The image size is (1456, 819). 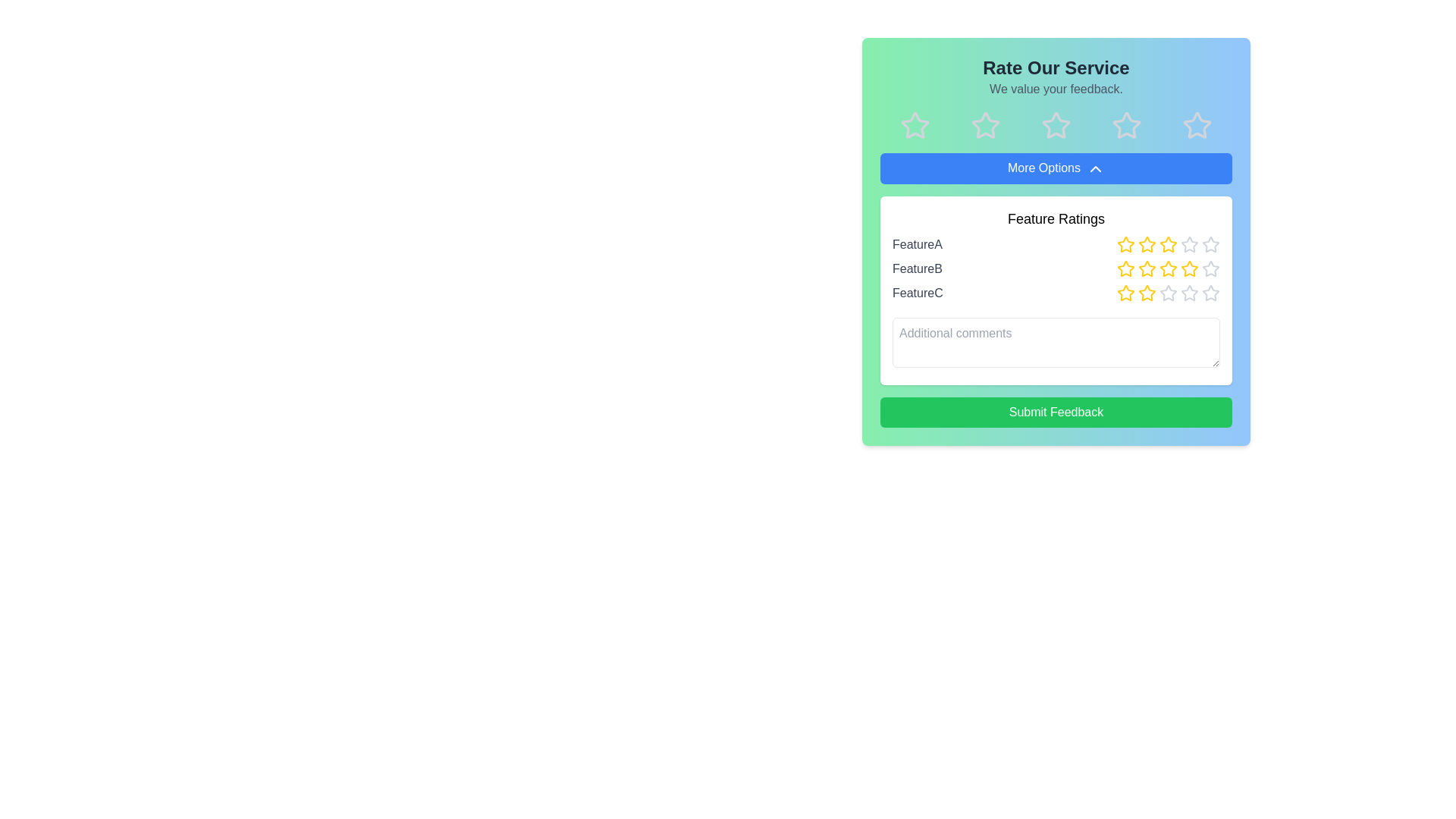 I want to click on the second yellow star icon in the rating system for 'FeatureA' in the 'Feature Ratings' section, so click(x=1125, y=243).